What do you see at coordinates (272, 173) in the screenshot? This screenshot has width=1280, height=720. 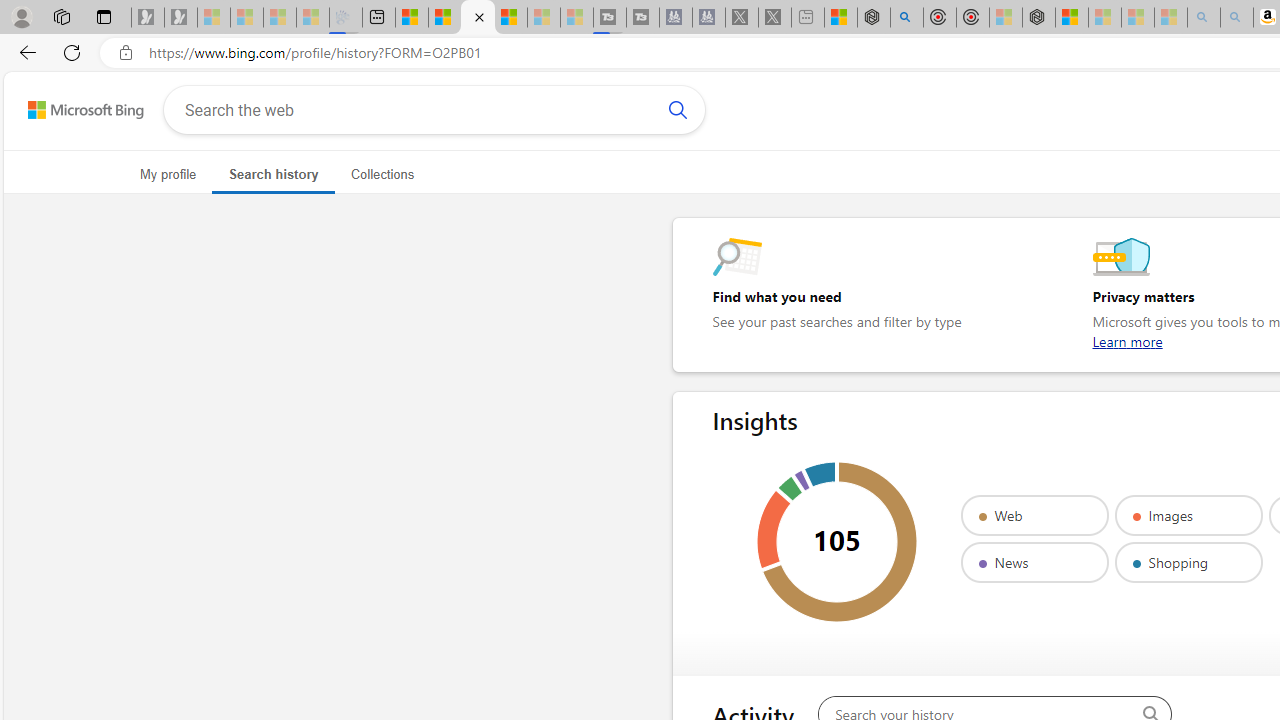 I see `'Search history'` at bounding box center [272, 173].